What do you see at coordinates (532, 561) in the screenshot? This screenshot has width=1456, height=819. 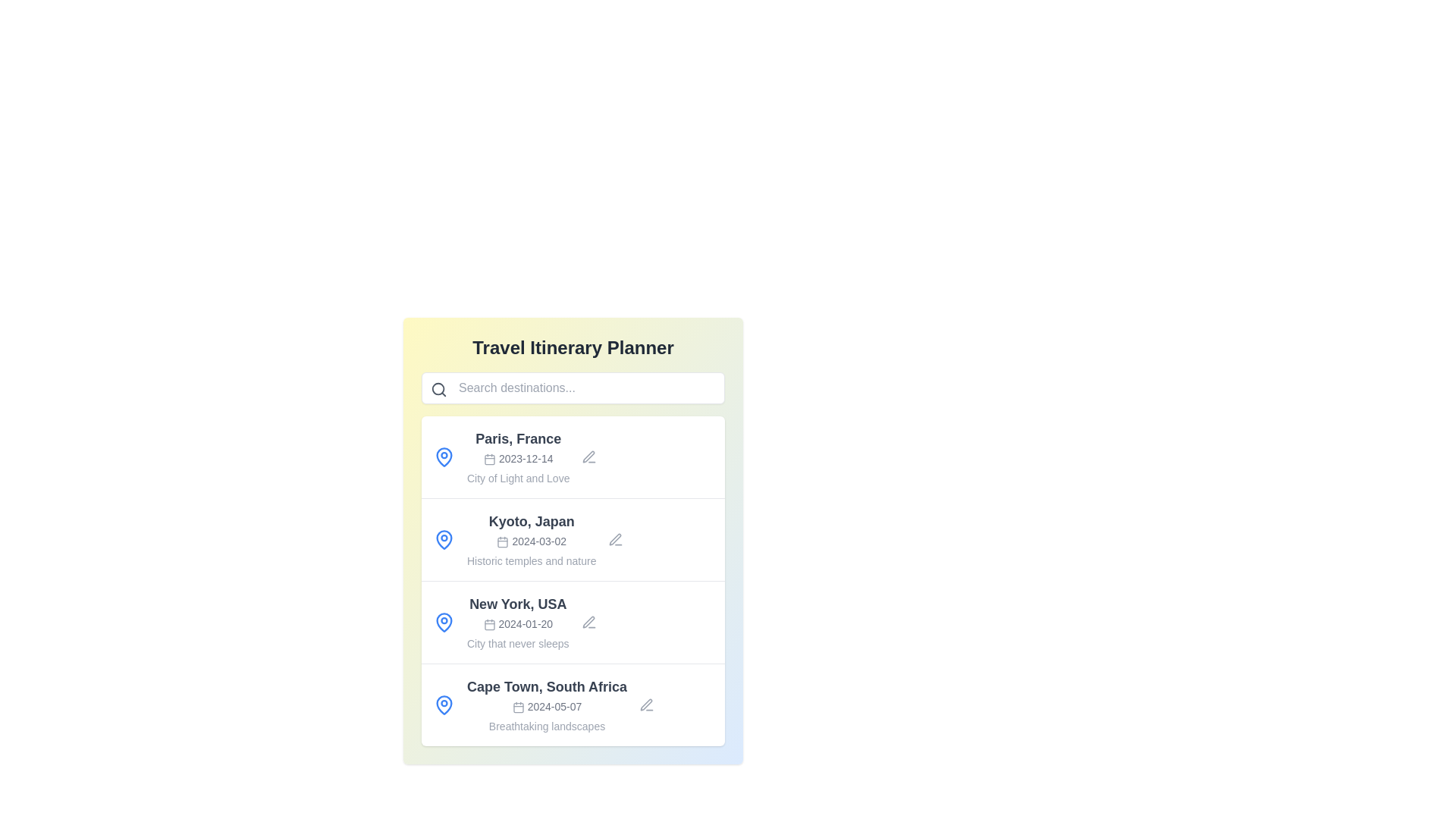 I see `the Static Label displaying 'Historic temples and nature', which is styled in light gray color and positioned below the calendar icon in the 'Kyoto, Japan' item` at bounding box center [532, 561].